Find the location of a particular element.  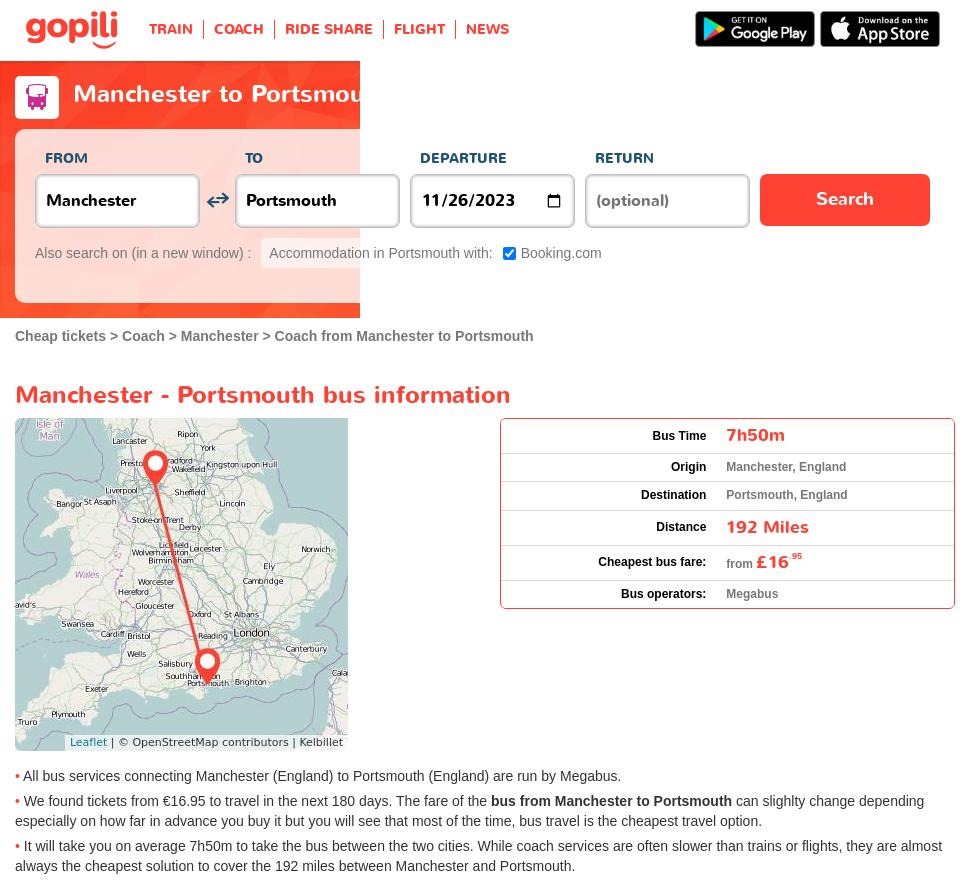

'Distance' is located at coordinates (681, 526).